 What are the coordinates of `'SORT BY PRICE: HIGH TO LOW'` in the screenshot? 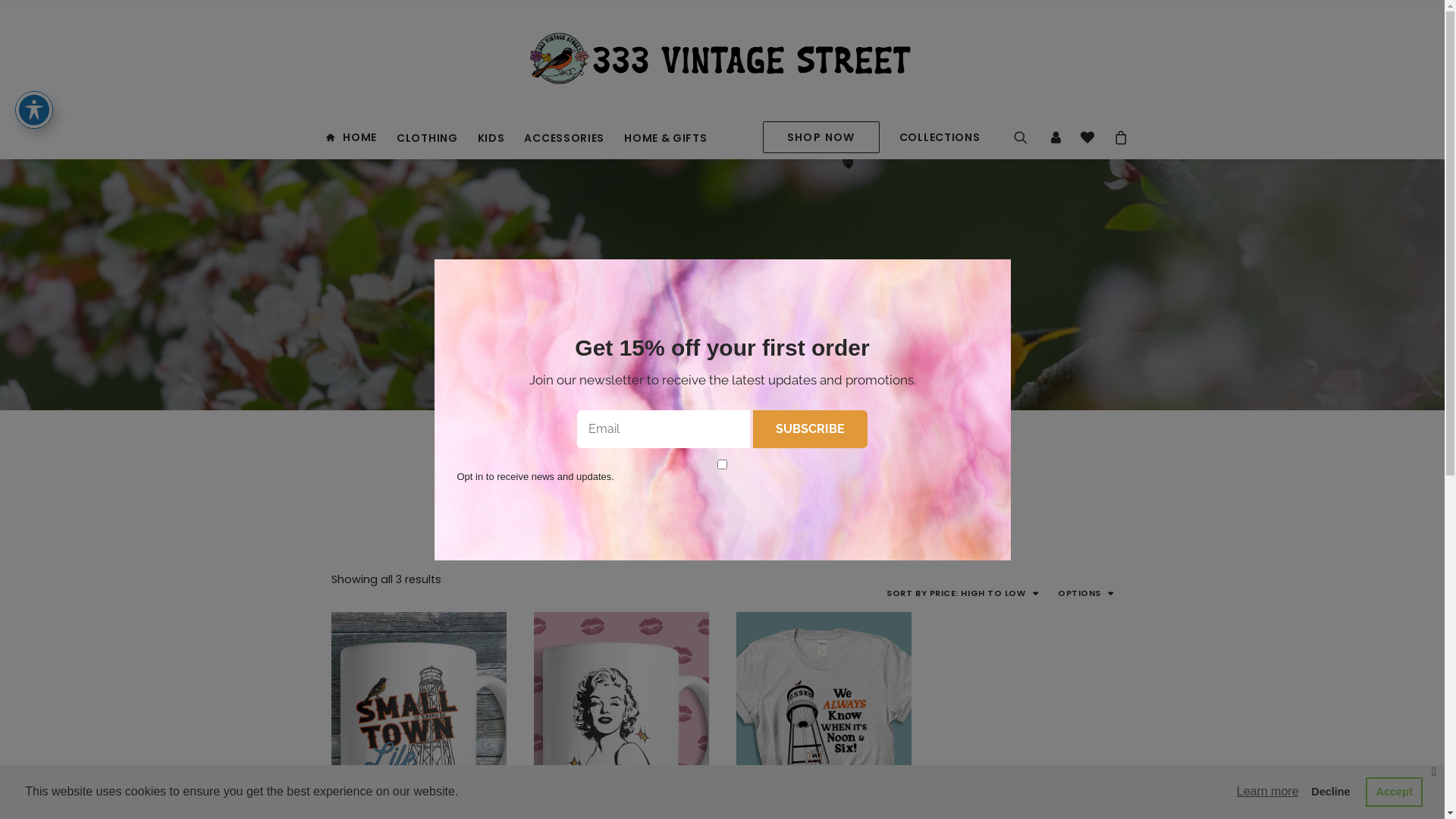 It's located at (886, 592).